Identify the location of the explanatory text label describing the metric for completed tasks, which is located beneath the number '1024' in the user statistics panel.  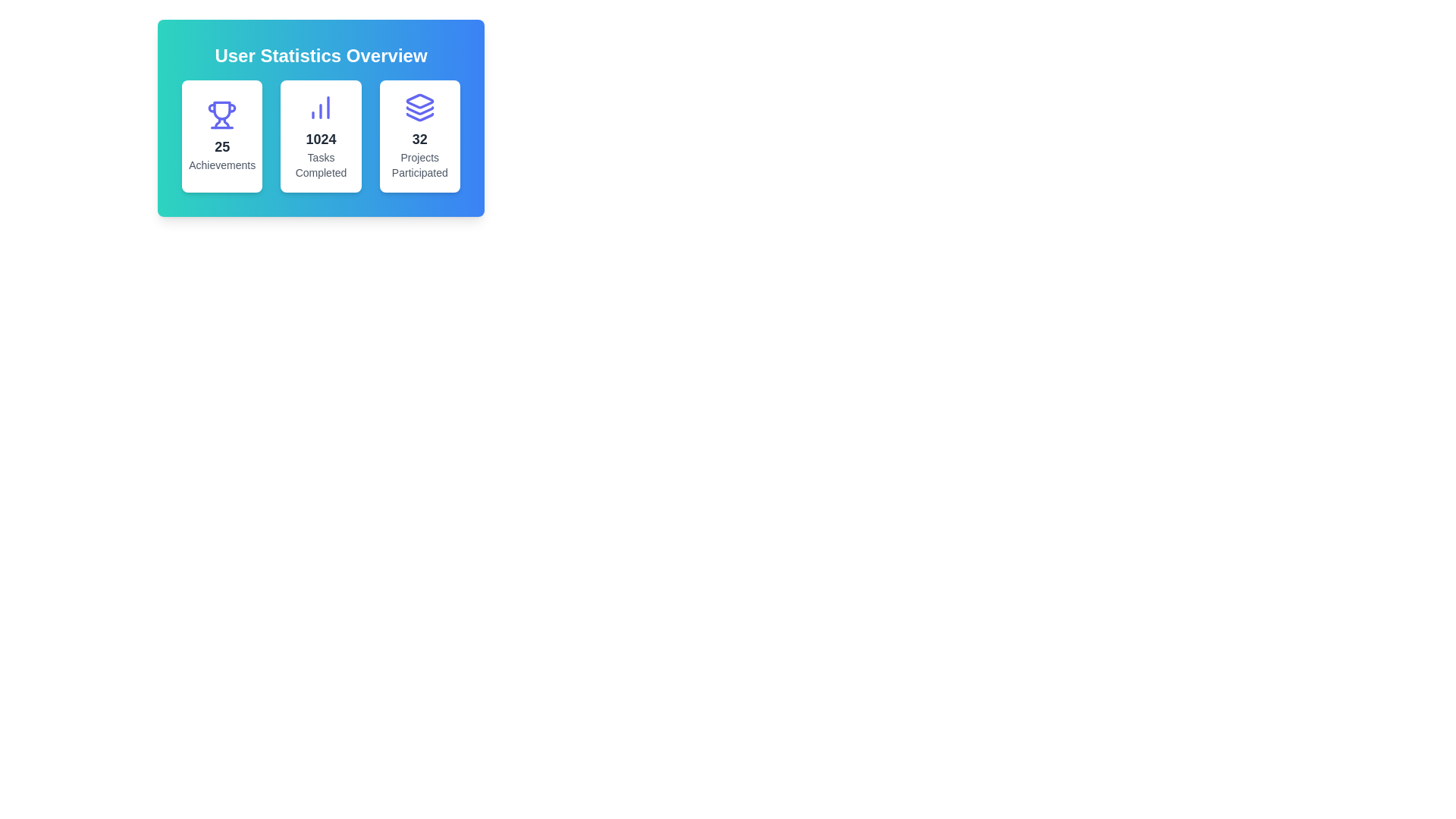
(320, 165).